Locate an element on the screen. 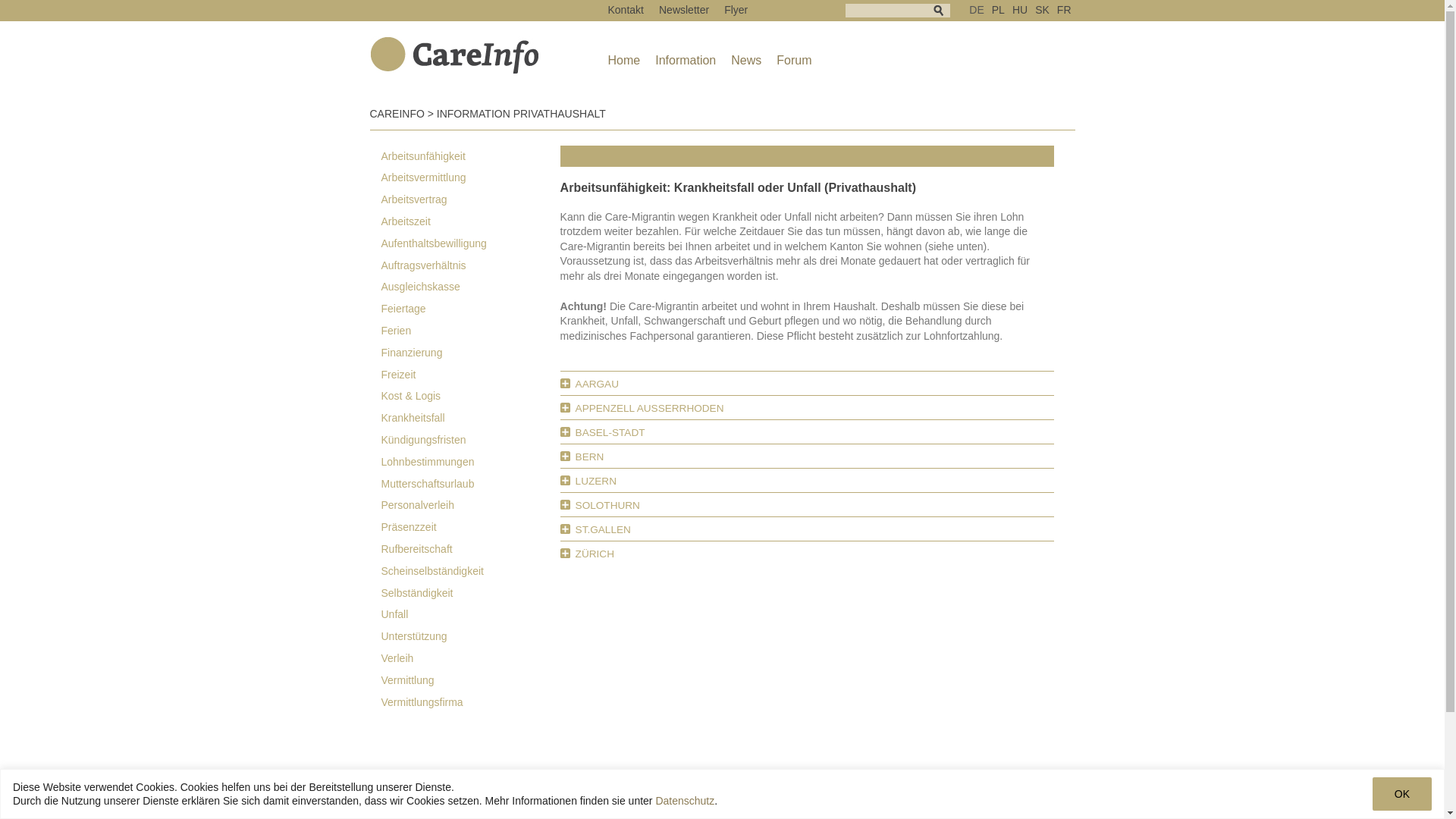 Image resolution: width=1456 pixels, height=819 pixels. 'Aufenthaltsbewilligung' is located at coordinates (469, 243).